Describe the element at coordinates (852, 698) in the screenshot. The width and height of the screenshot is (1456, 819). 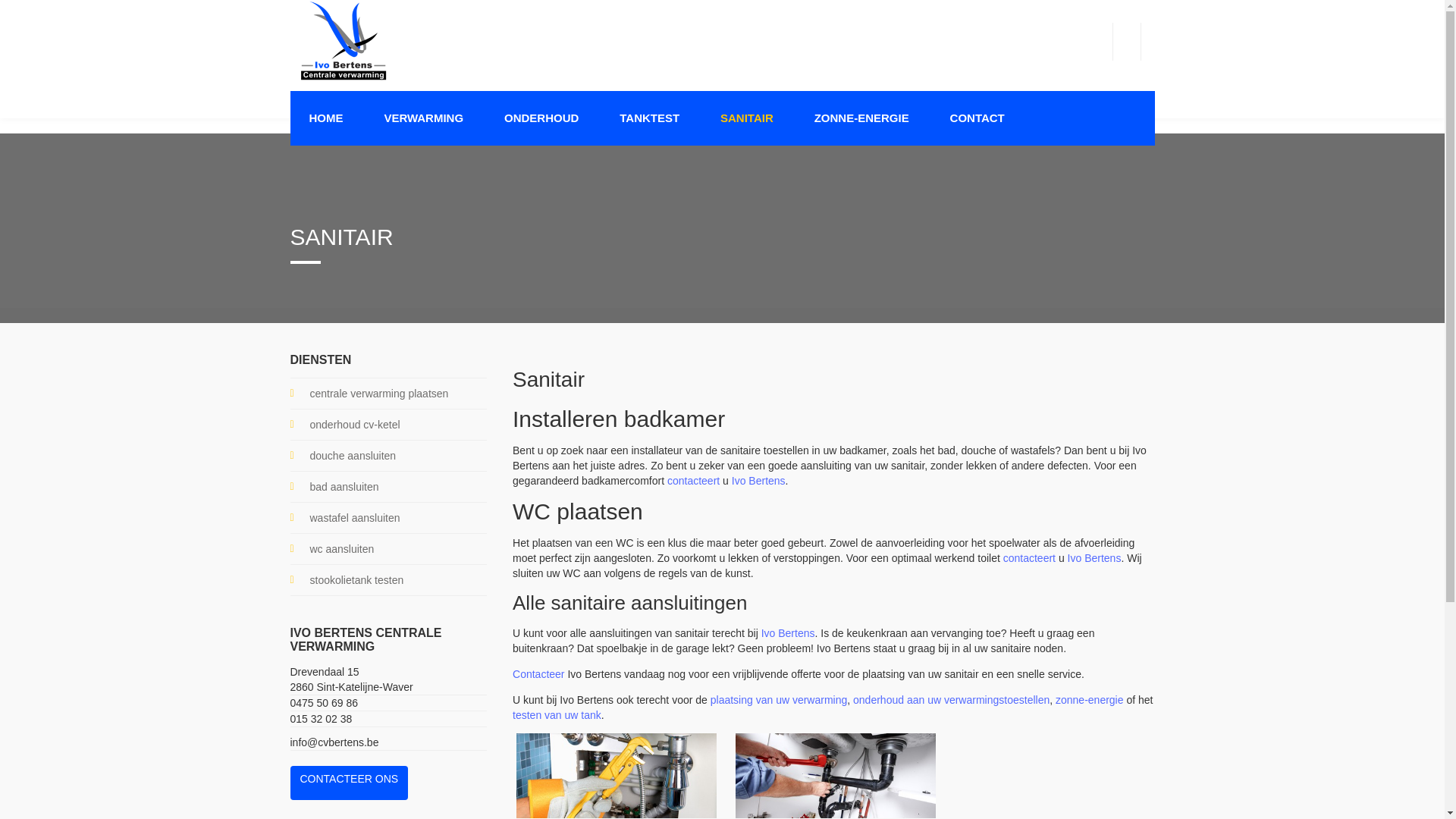
I see `'onderhoud aan uw verwarmingstoestellen'` at that location.